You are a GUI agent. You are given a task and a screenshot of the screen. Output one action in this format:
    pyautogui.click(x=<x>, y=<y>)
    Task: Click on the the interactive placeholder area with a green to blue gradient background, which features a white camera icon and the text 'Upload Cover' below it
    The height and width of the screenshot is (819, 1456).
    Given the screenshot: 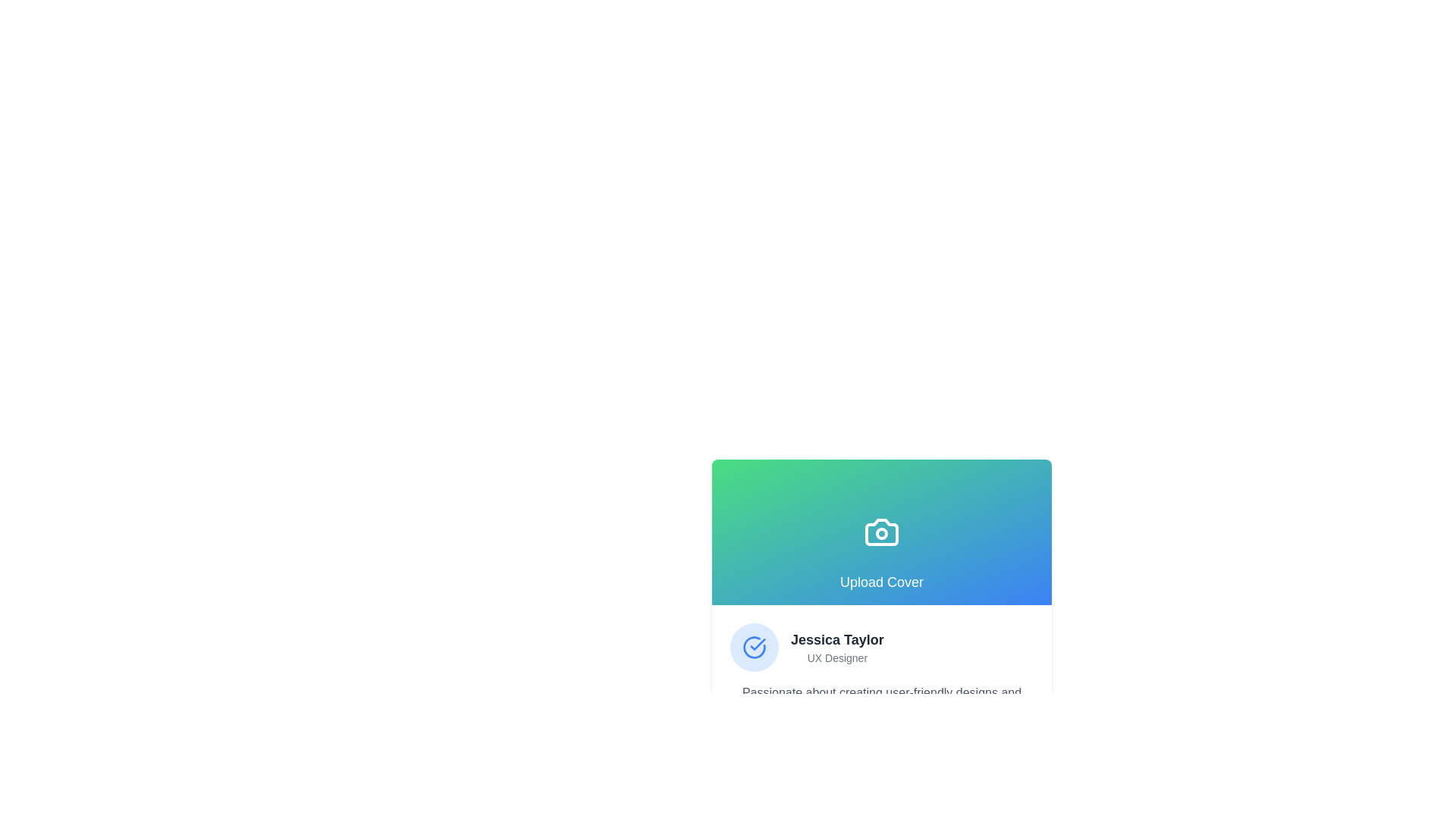 What is the action you would take?
    pyautogui.click(x=881, y=532)
    